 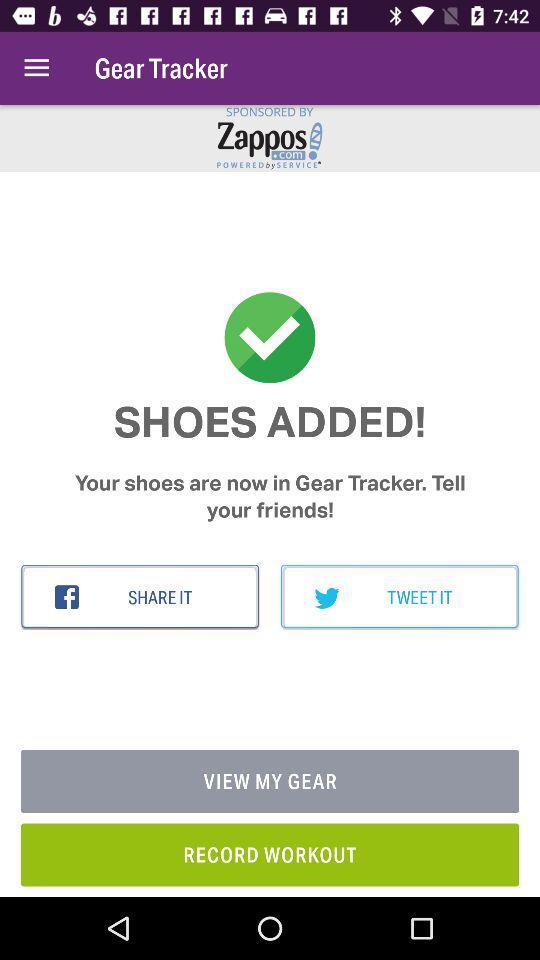 What do you see at coordinates (139, 597) in the screenshot?
I see `the item above the view my gear icon` at bounding box center [139, 597].